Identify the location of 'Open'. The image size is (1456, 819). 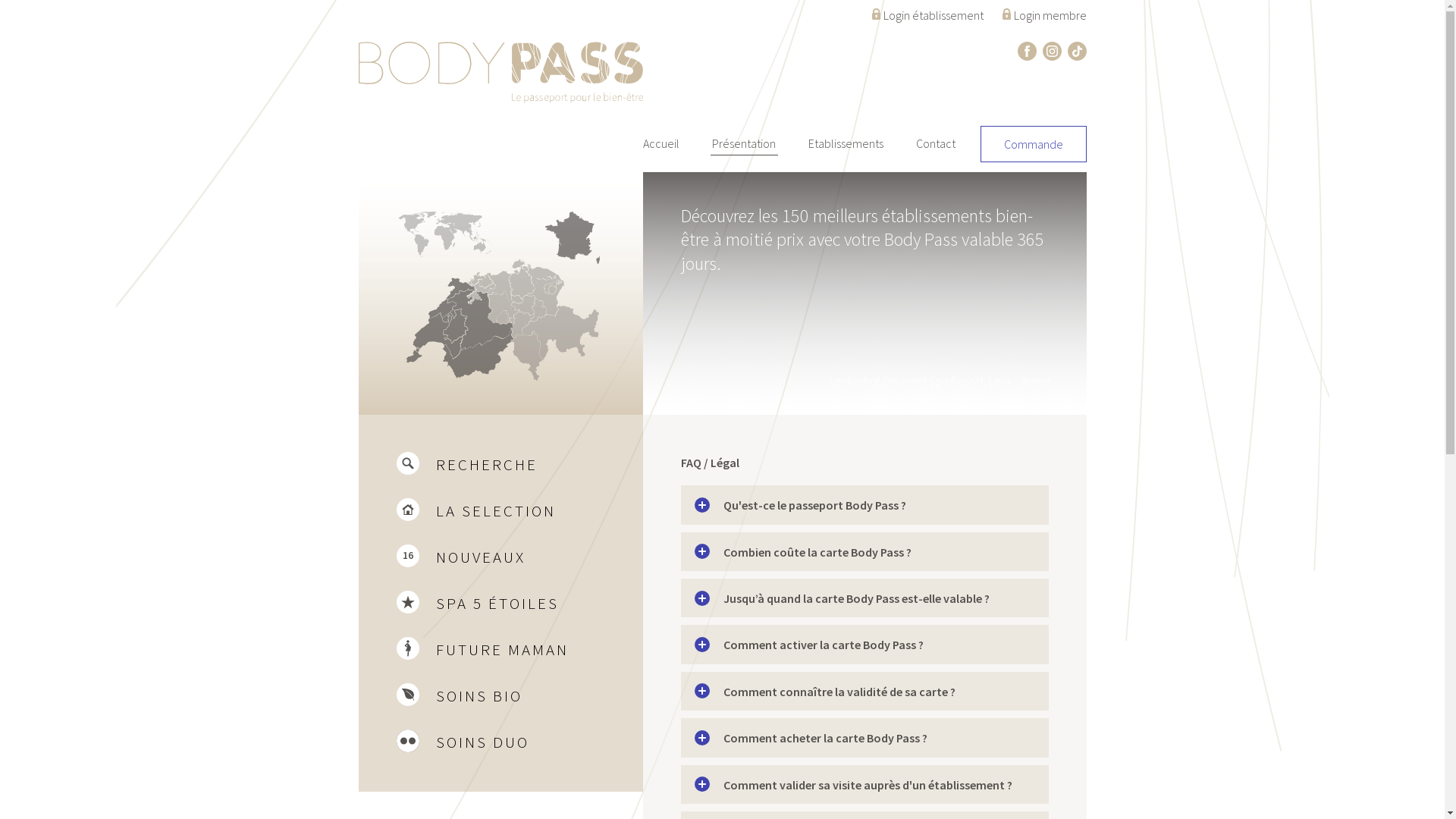
(701, 598).